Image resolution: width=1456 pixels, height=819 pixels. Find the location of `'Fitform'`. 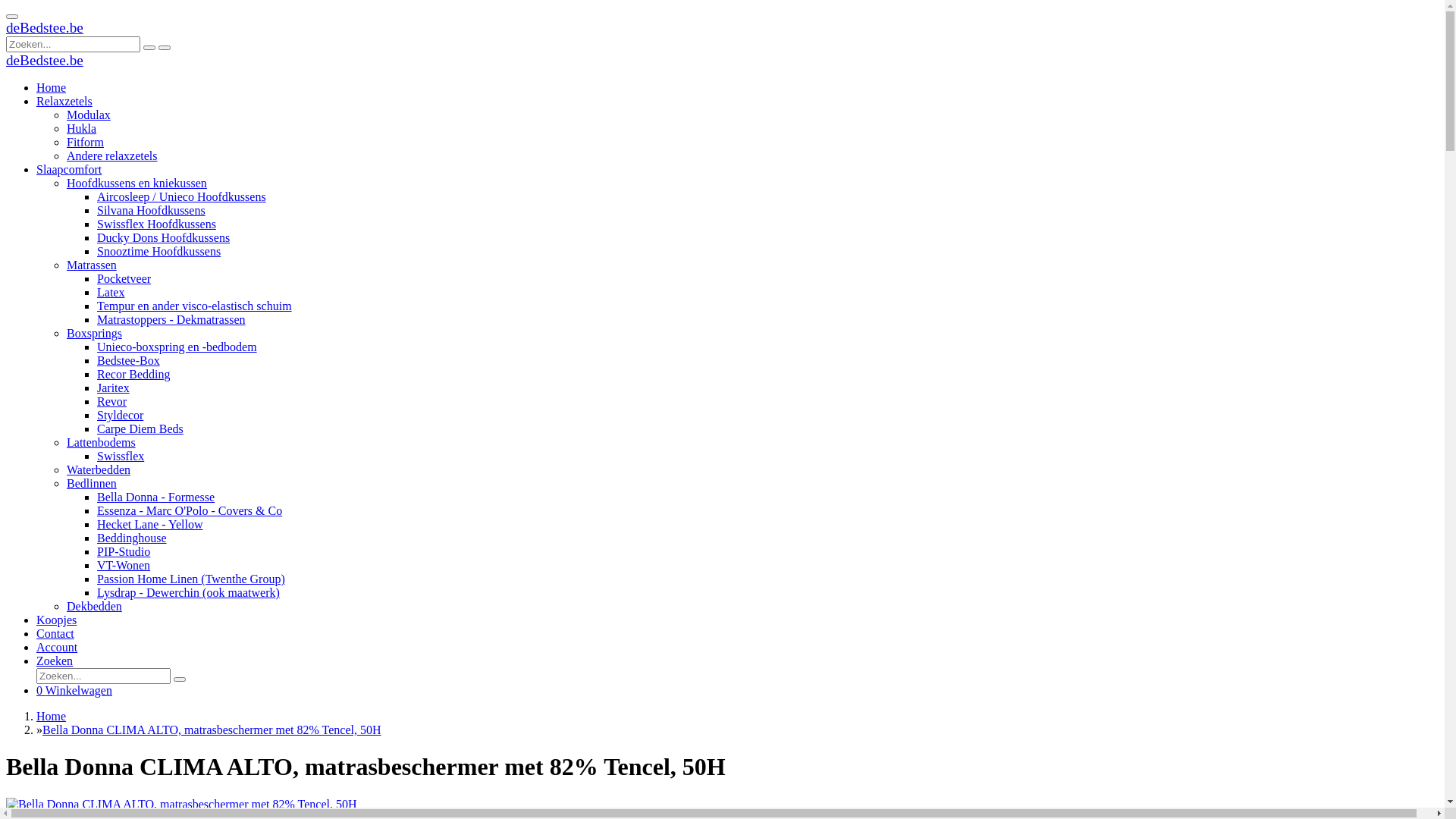

'Fitform' is located at coordinates (84, 142).